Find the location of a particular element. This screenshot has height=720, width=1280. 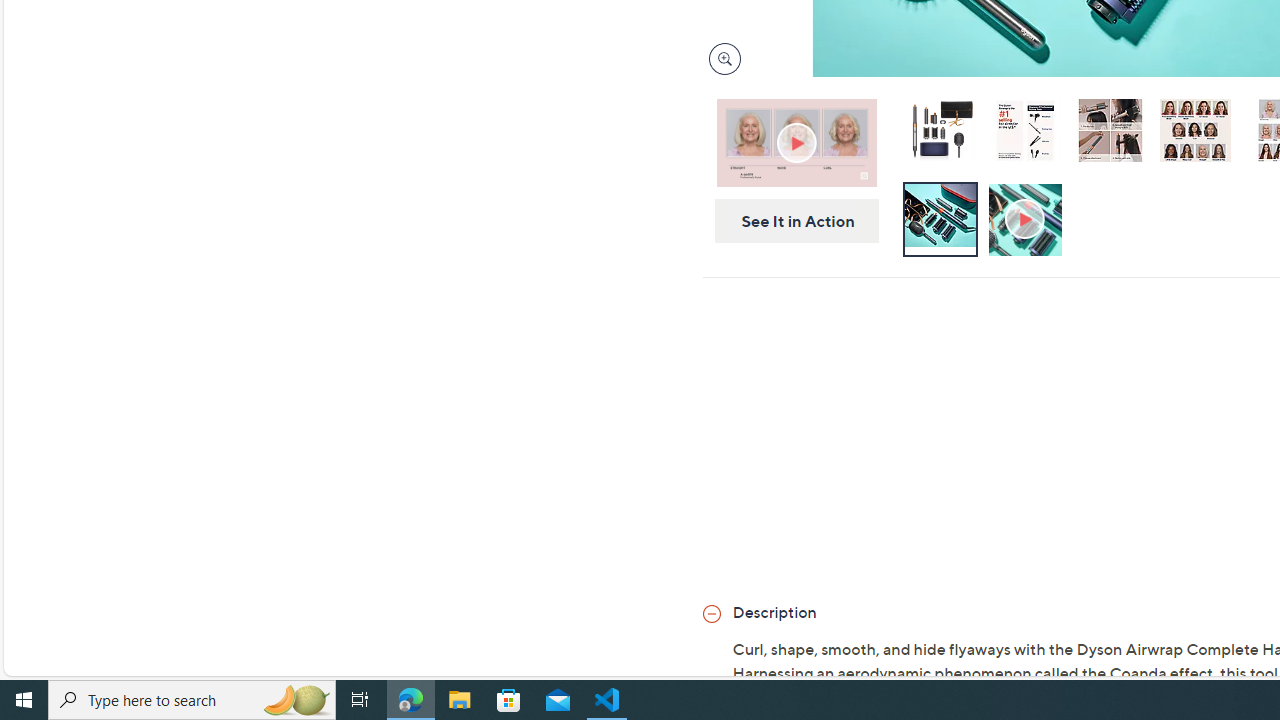

'Task View' is located at coordinates (359, 698).